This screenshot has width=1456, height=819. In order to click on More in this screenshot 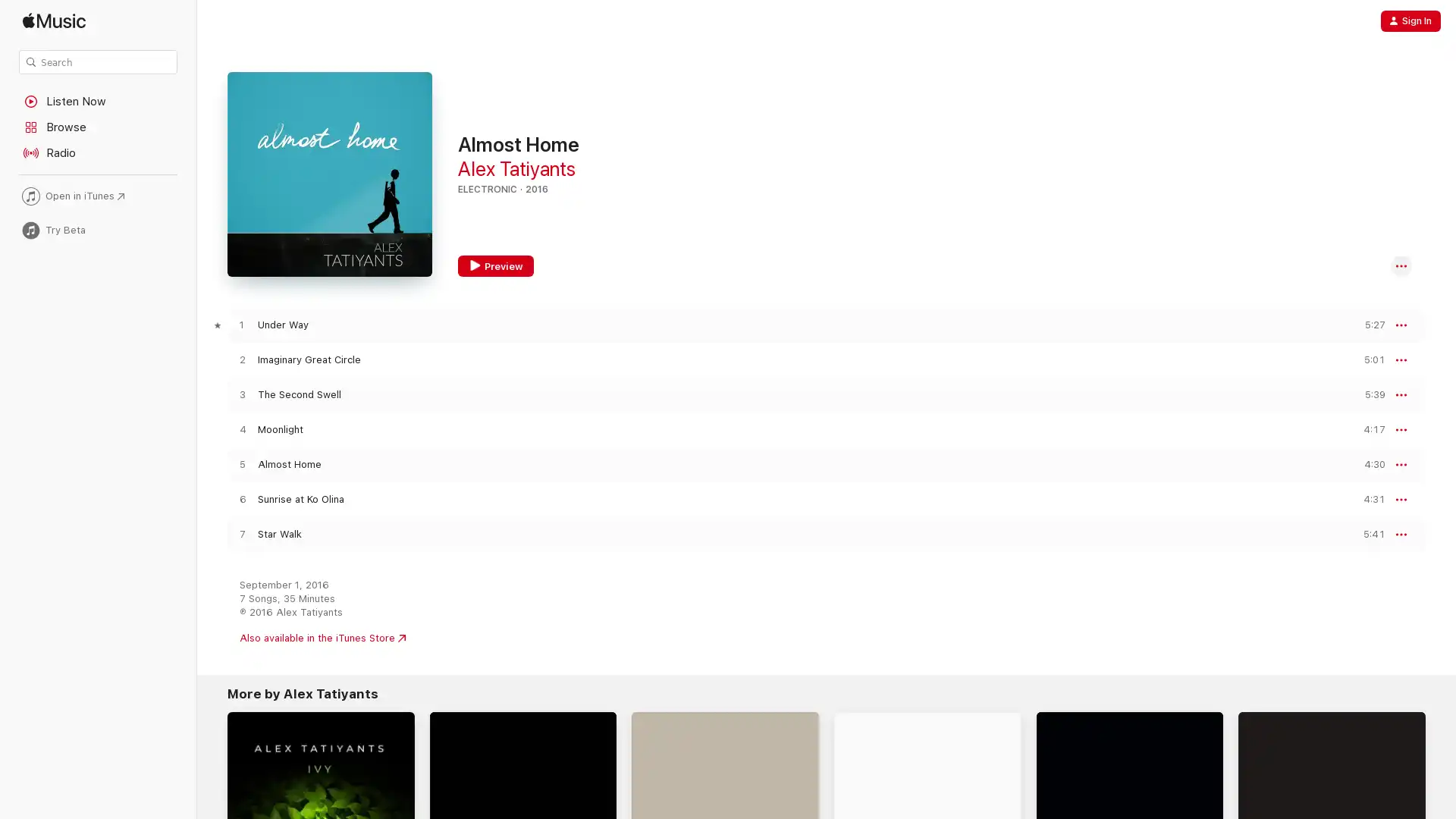, I will do `click(1401, 359)`.